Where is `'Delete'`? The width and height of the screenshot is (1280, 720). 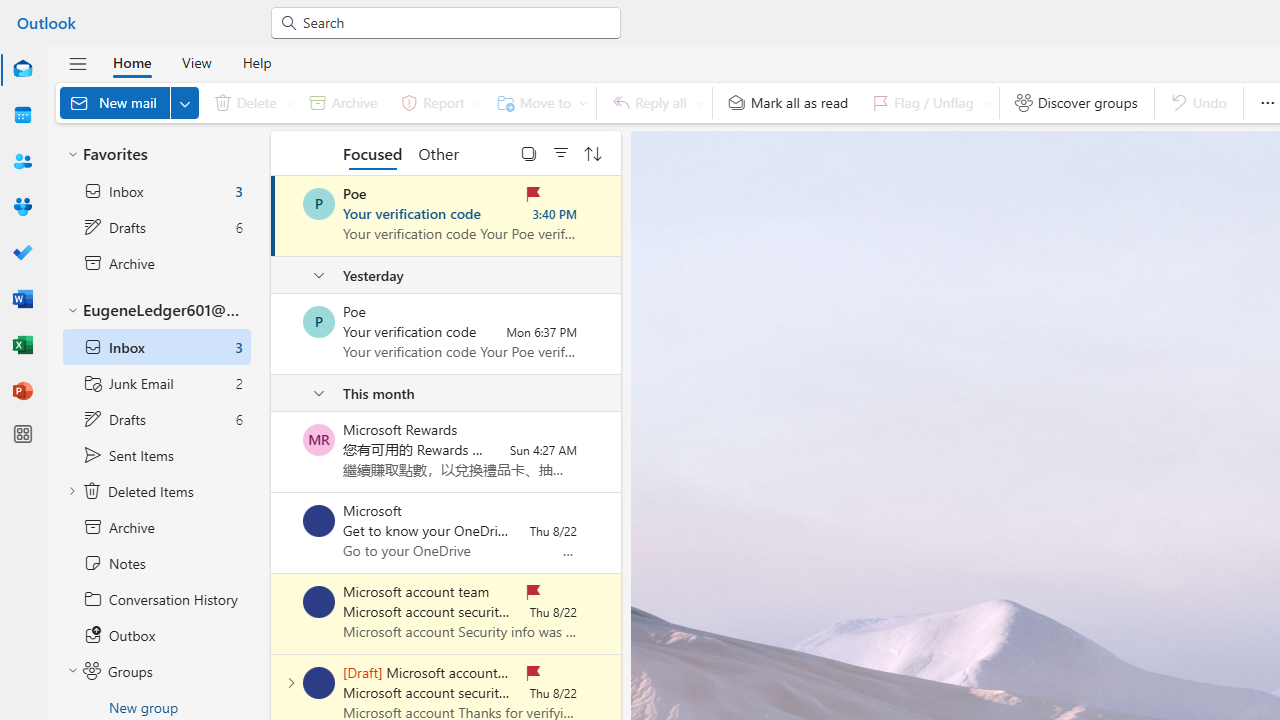 'Delete' is located at coordinates (249, 102).